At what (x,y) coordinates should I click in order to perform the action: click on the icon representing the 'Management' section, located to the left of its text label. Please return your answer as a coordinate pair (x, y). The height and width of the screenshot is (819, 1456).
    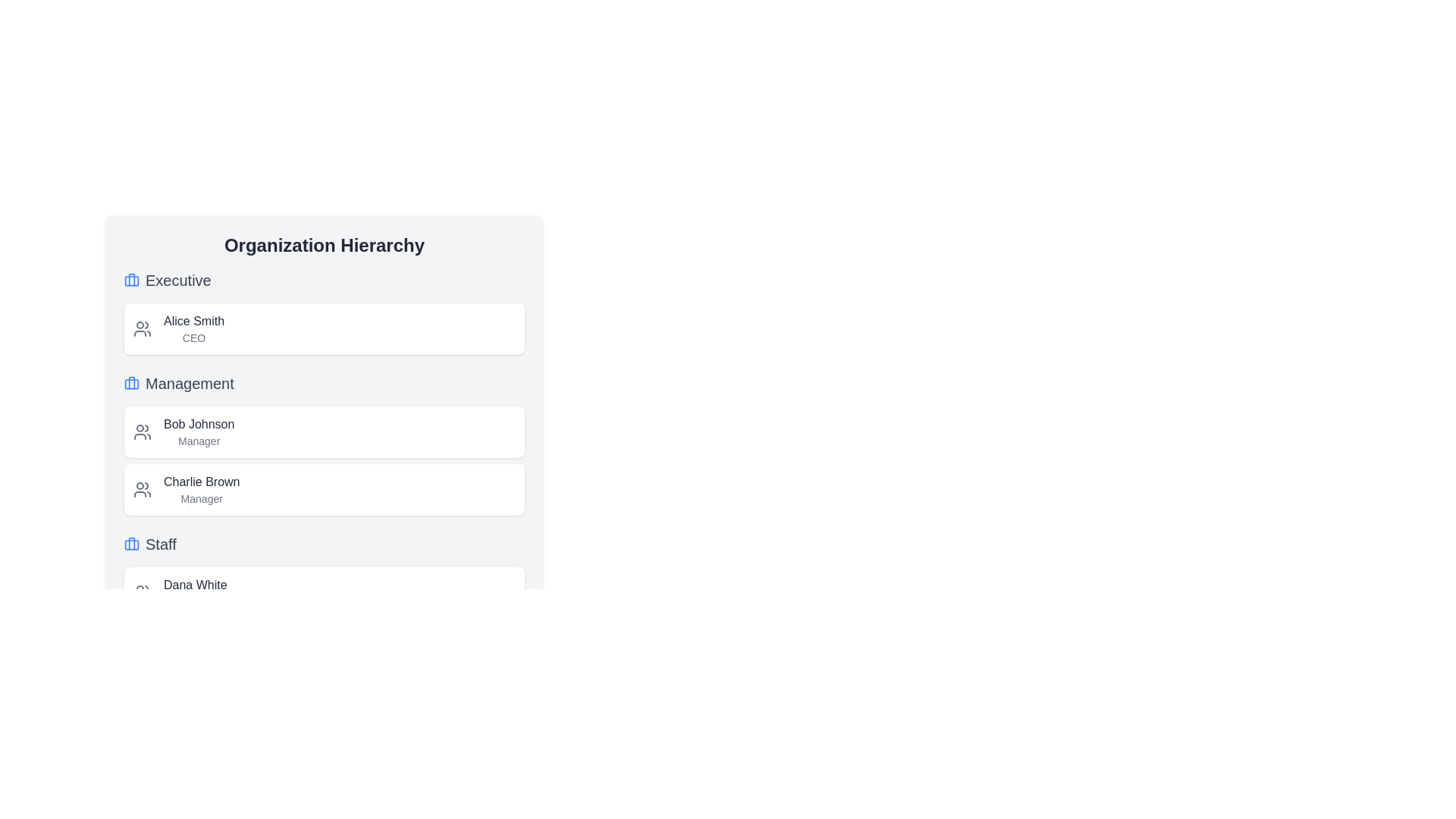
    Looking at the image, I should click on (131, 382).